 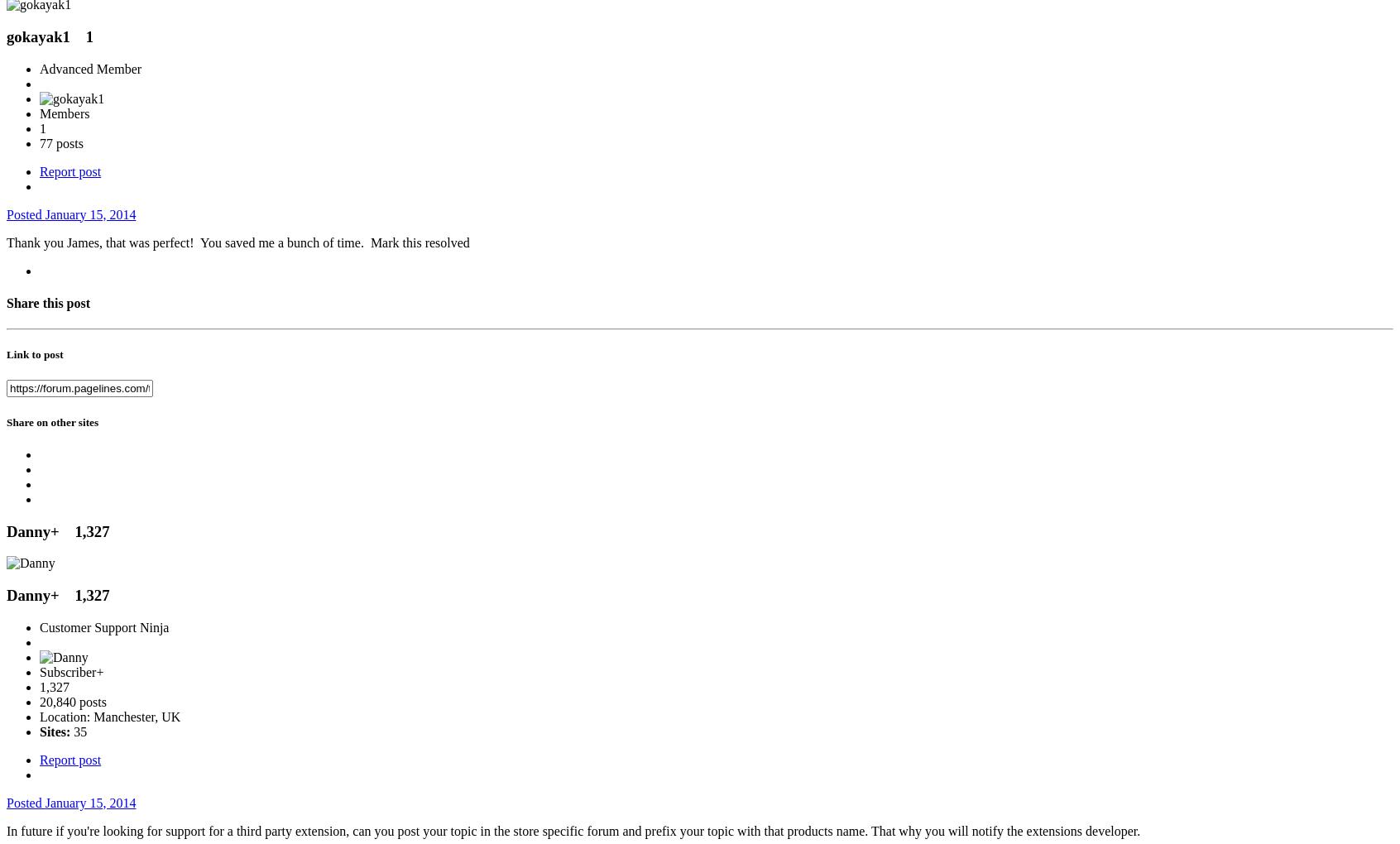 I want to click on '20,840 posts', so click(x=72, y=701).